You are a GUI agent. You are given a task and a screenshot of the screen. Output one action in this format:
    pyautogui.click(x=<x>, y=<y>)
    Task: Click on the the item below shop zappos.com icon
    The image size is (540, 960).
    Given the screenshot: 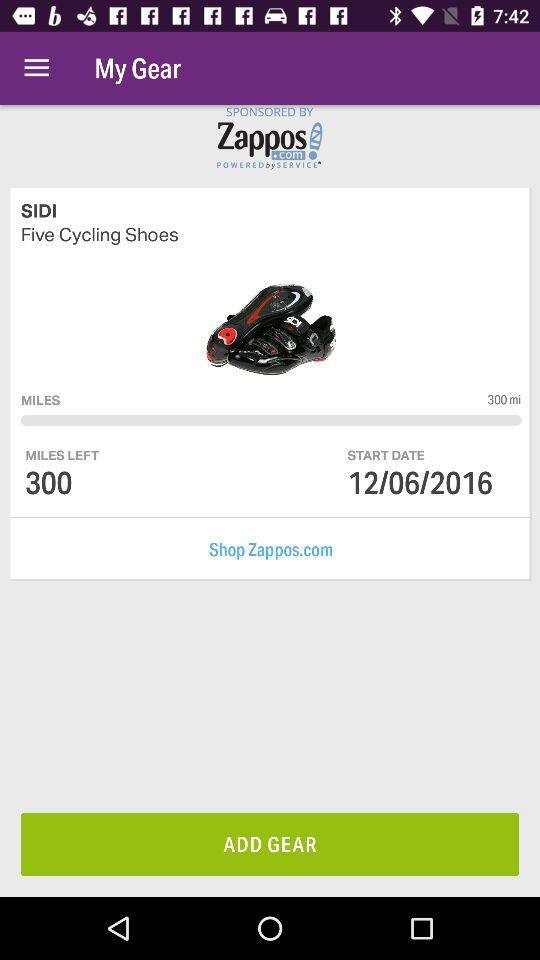 What is the action you would take?
    pyautogui.click(x=270, y=843)
    